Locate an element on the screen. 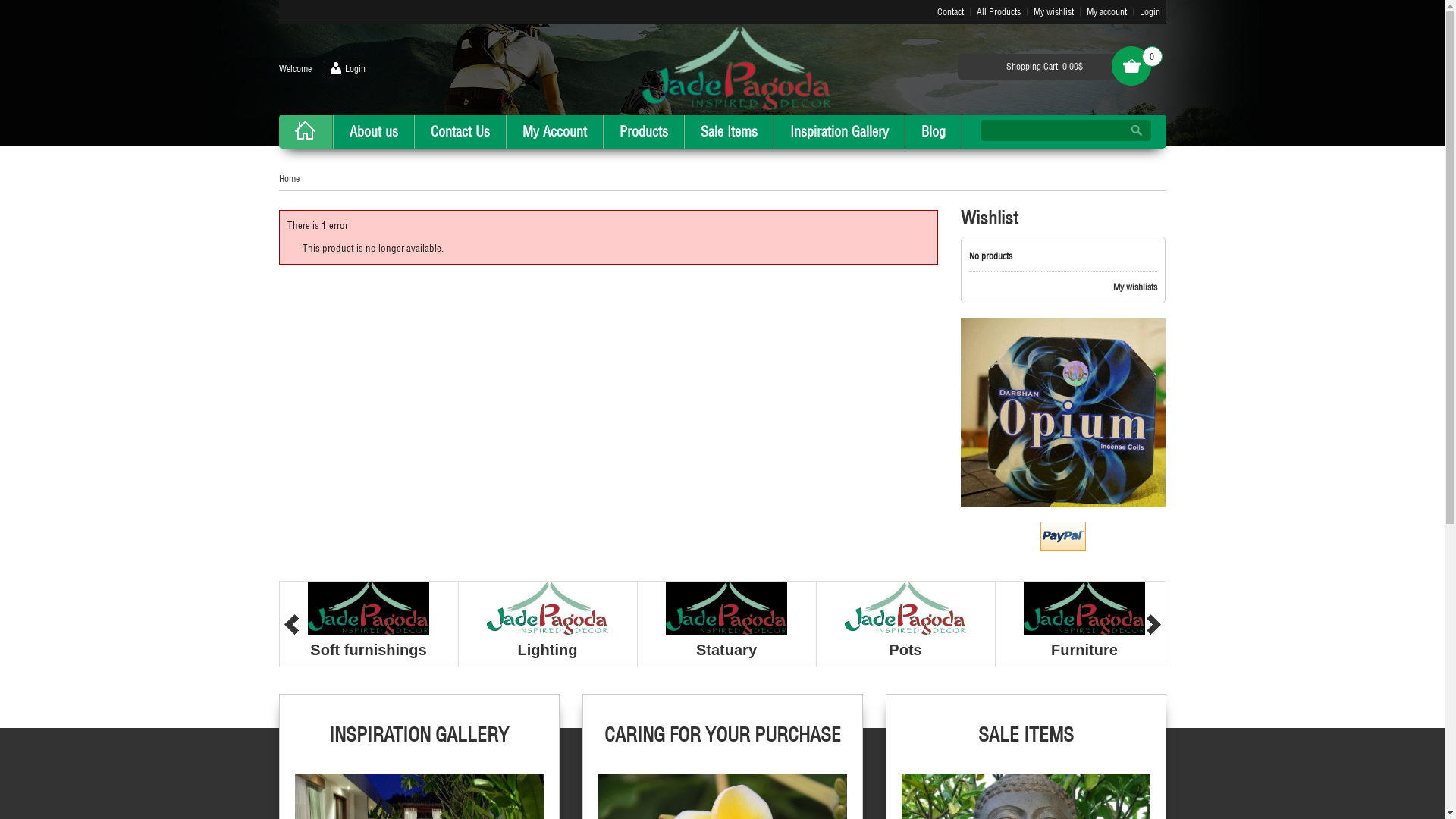 This screenshot has height=819, width=1456. 'Login' is located at coordinates (342, 68).